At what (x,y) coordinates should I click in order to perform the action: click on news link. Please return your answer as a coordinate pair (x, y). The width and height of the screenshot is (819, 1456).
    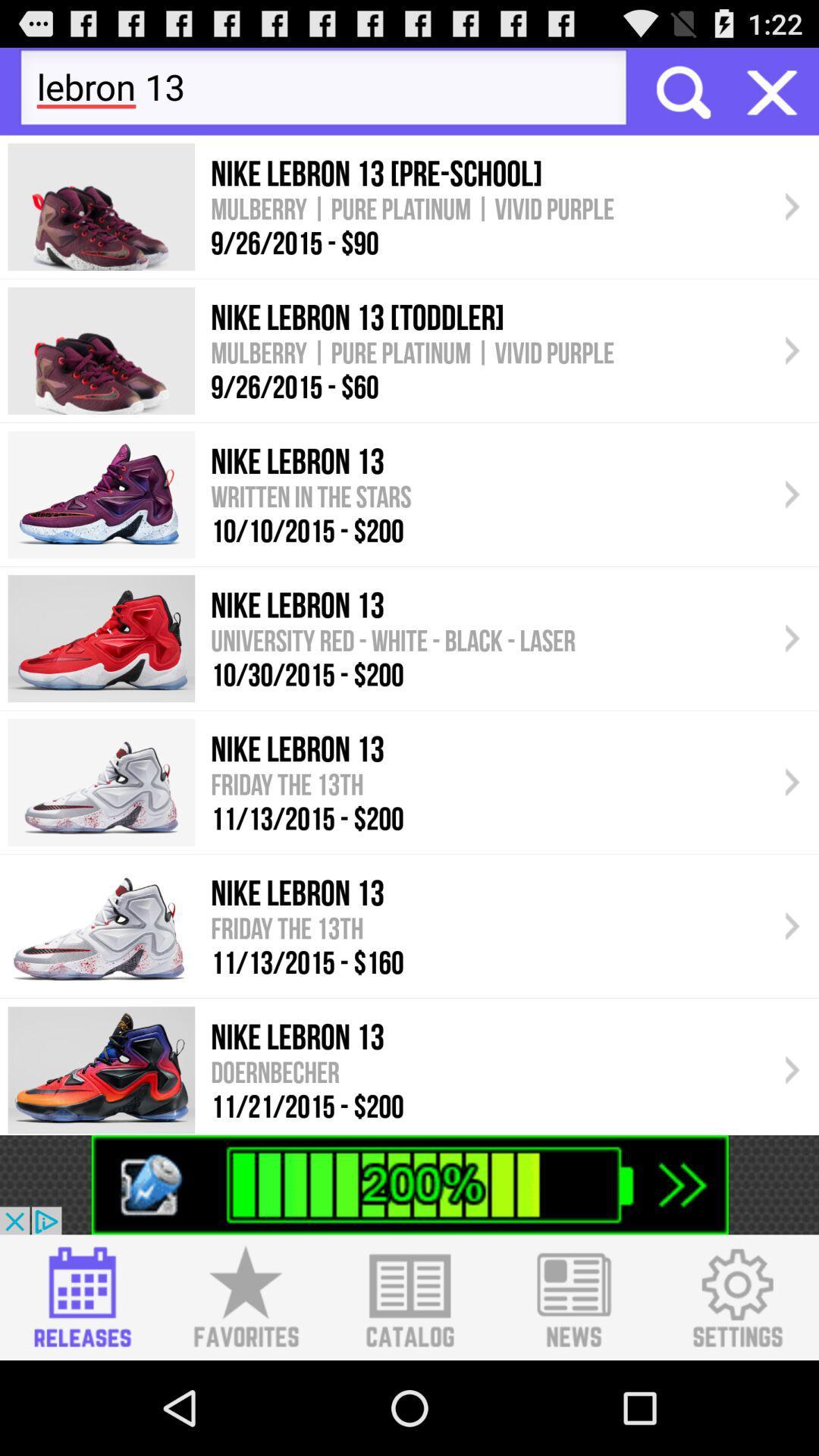
    Looking at the image, I should click on (573, 1297).